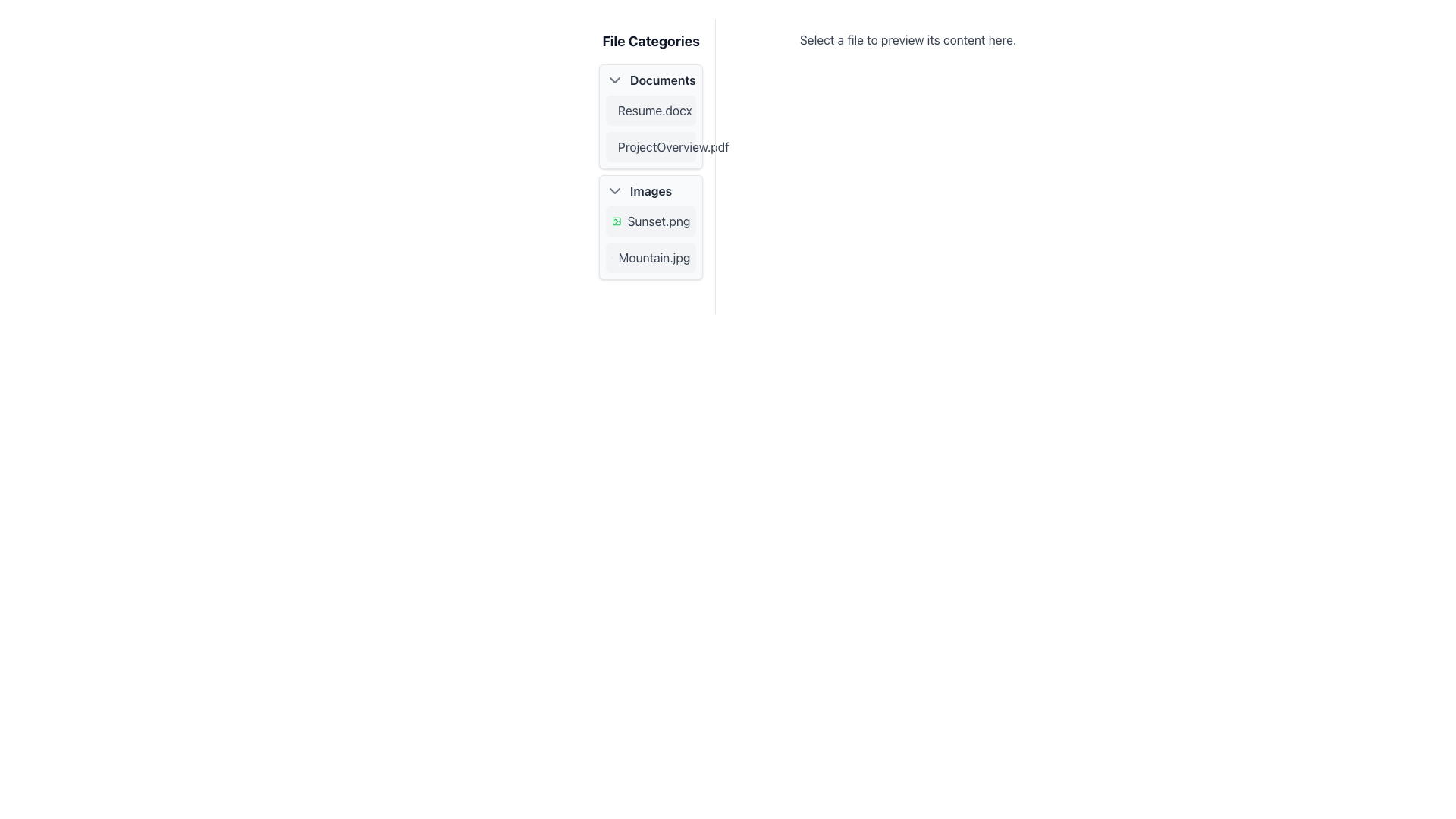  I want to click on the downward-pointing chevron icon next to the label 'Images' in the collapsible menu of file categories, so click(615, 190).